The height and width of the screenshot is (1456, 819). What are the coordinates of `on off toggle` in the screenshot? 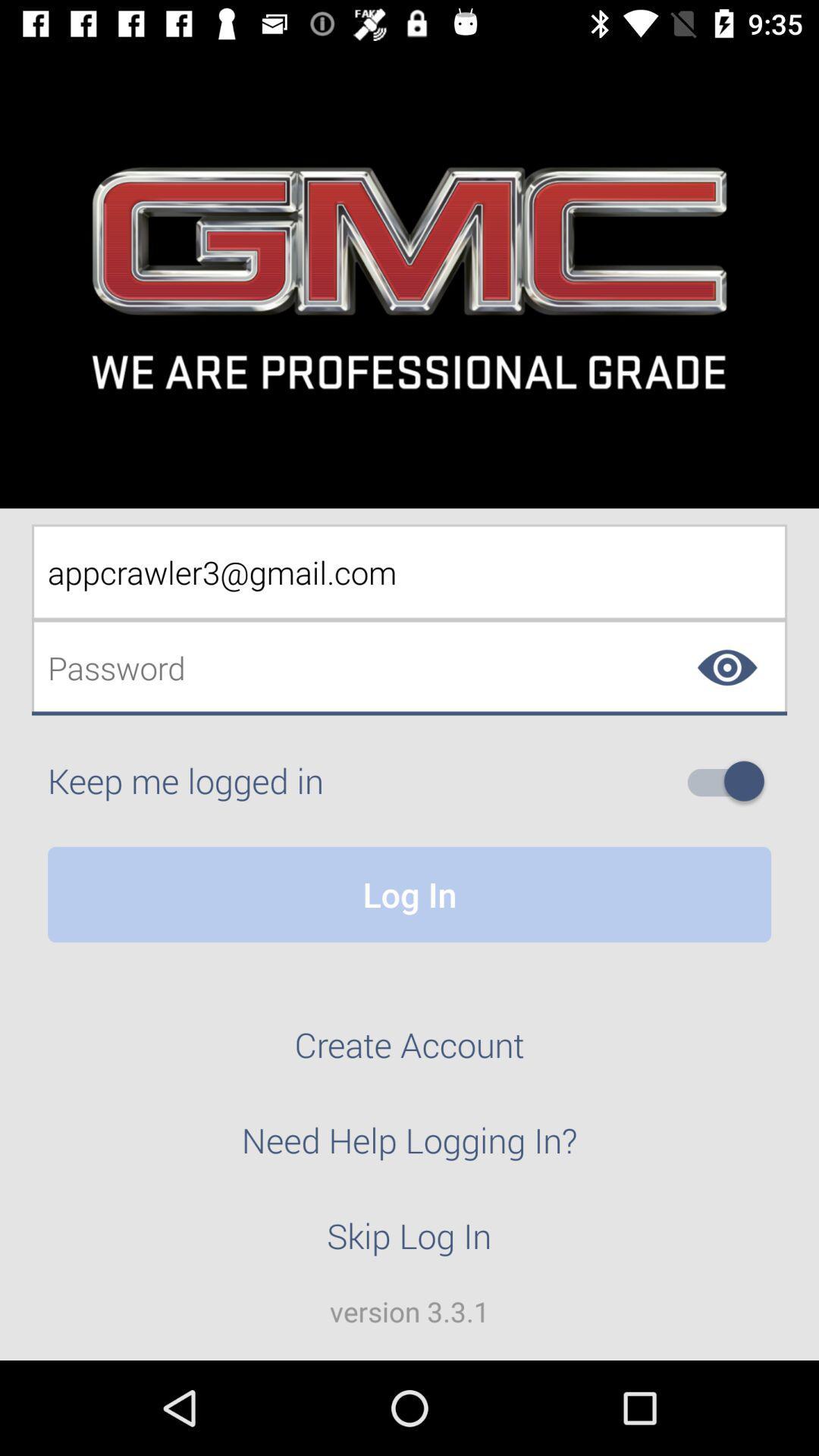 It's located at (731, 781).